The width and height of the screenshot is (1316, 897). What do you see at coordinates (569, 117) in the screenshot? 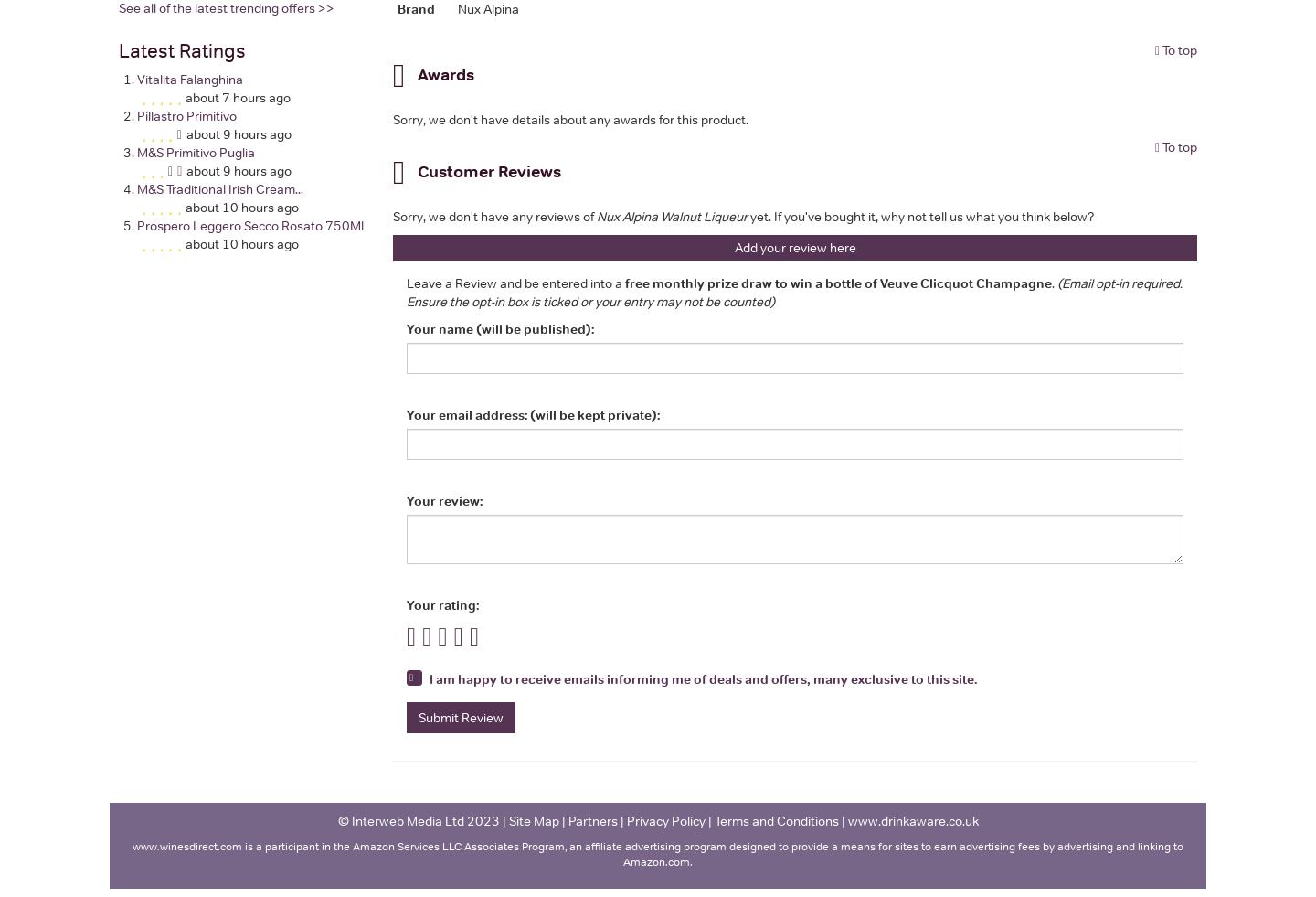
I see `'Sorry, we don't have details about any awards for this product.'` at bounding box center [569, 117].